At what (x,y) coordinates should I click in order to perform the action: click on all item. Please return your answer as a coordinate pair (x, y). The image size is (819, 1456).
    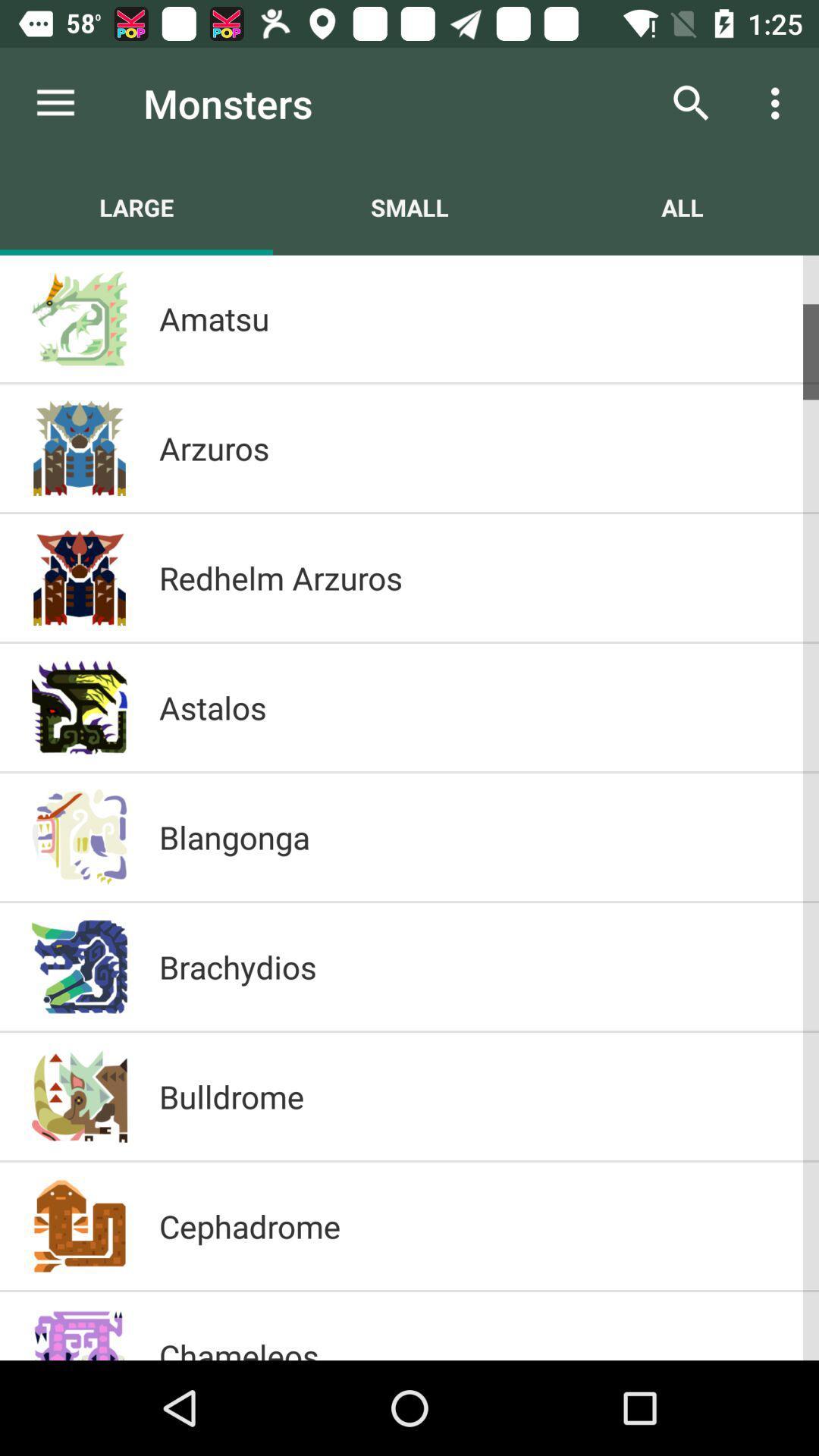
    Looking at the image, I should click on (681, 206).